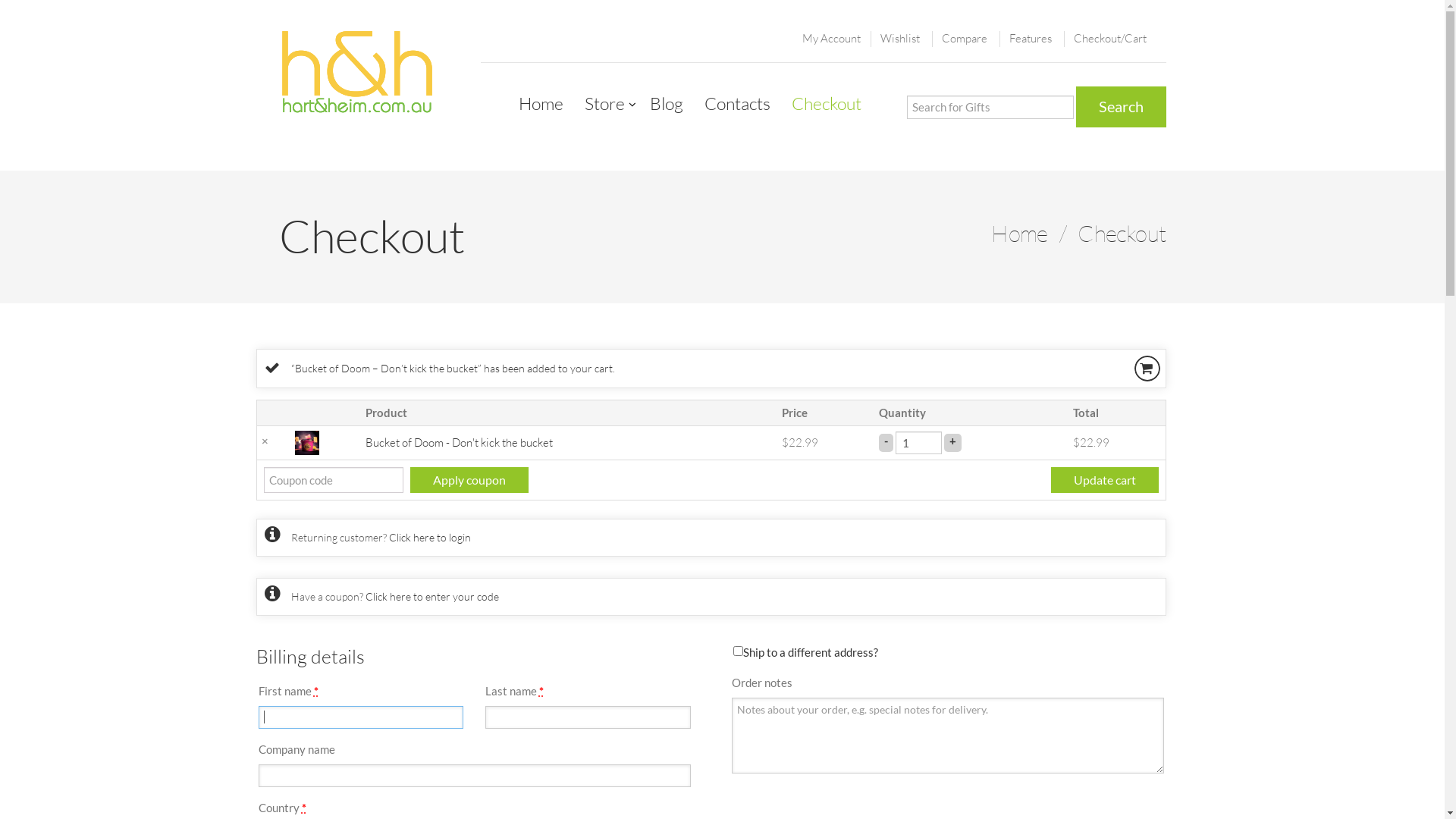 Image resolution: width=1456 pixels, height=819 pixels. Describe the element at coordinates (830, 37) in the screenshot. I see `'My Account'` at that location.